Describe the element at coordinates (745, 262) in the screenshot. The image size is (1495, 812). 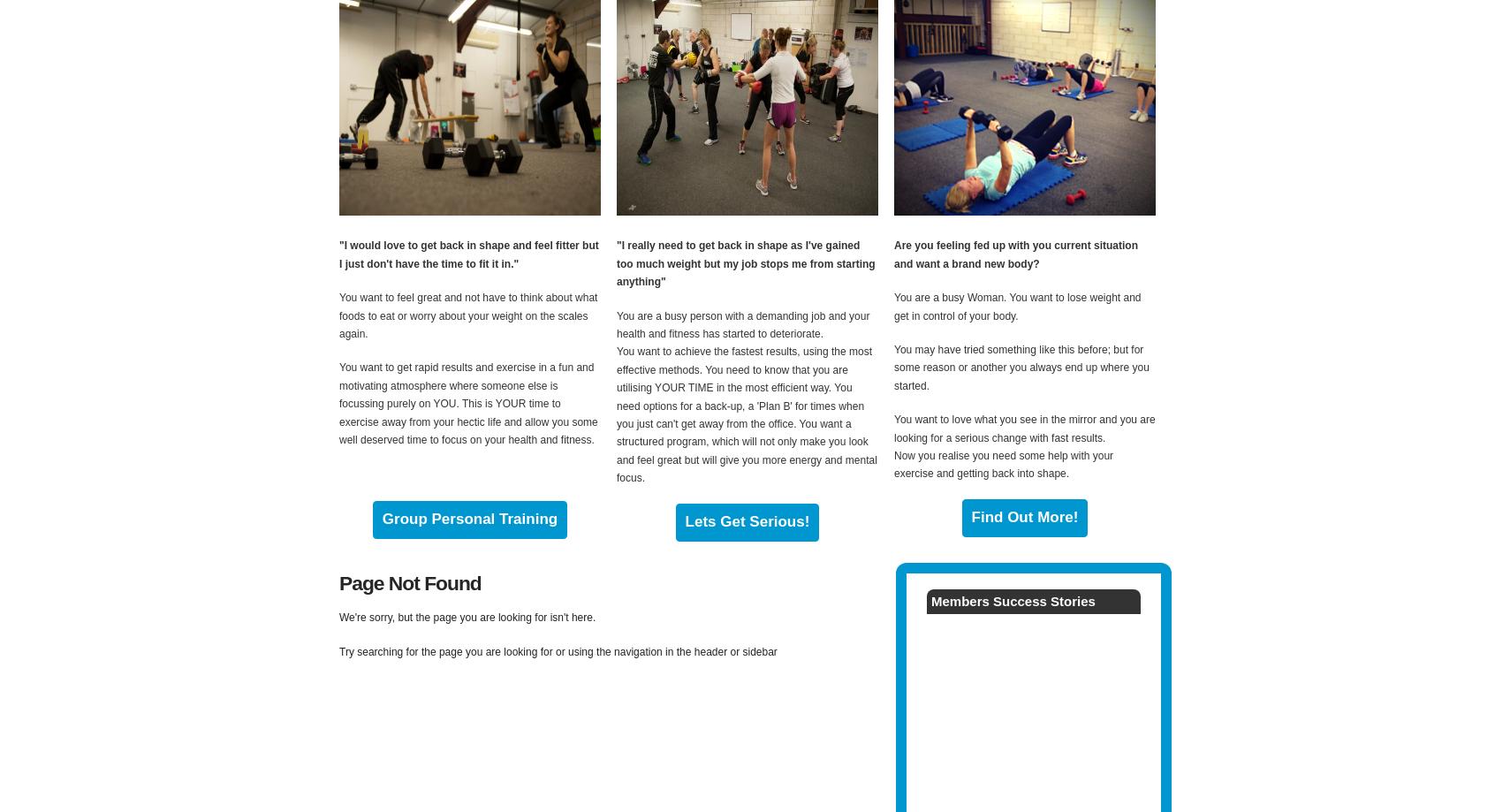
I see `'"I really need to get back in shape as I've gained too much weight but my job stops me from starting anything"'` at that location.